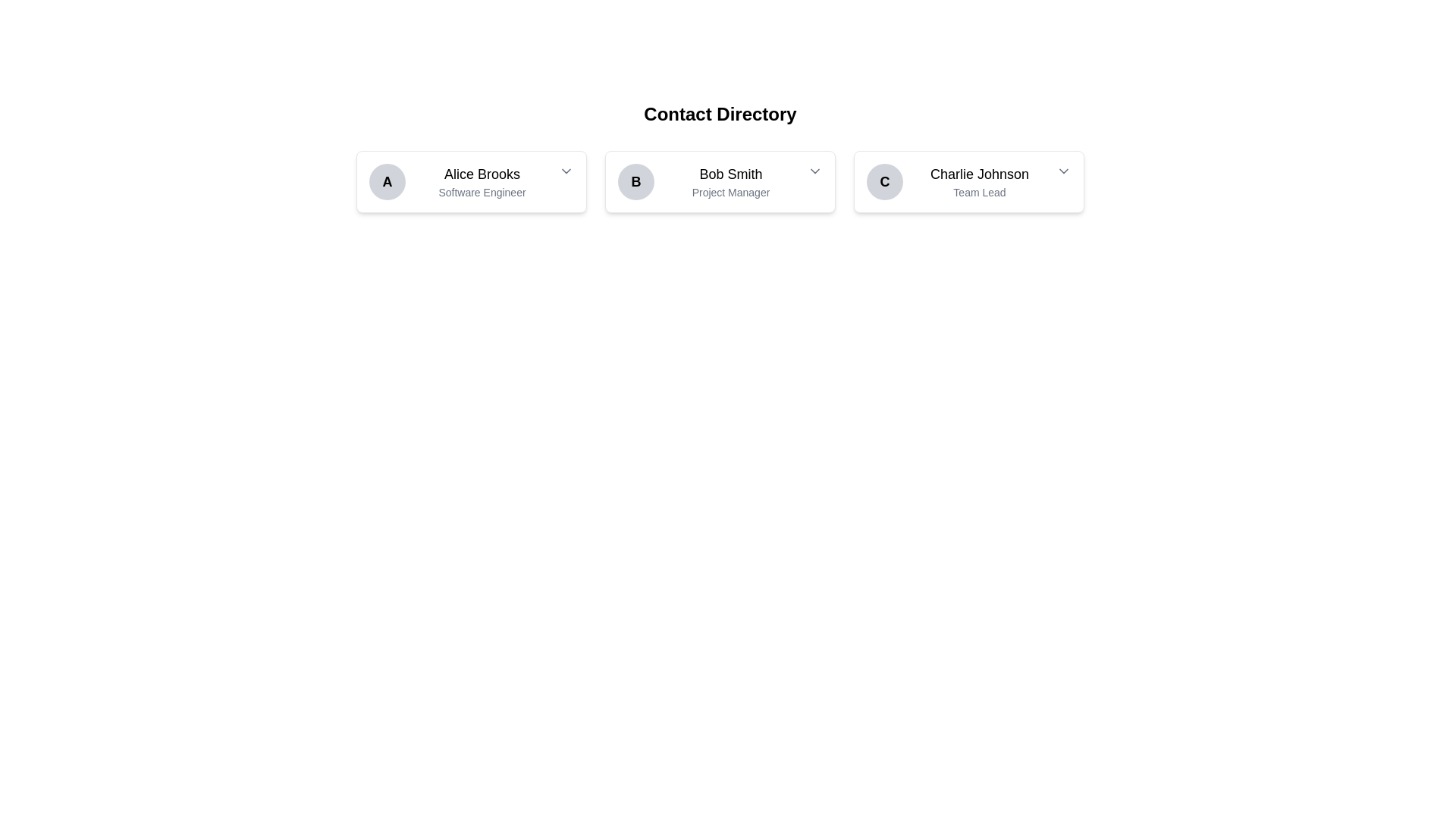 Image resolution: width=1456 pixels, height=819 pixels. What do you see at coordinates (481, 174) in the screenshot?
I see `the text label displaying 'Alice Brooks' which is styled in black and is positioned above the job title 'Software Engineer' within the first card of a horizontal grid` at bounding box center [481, 174].